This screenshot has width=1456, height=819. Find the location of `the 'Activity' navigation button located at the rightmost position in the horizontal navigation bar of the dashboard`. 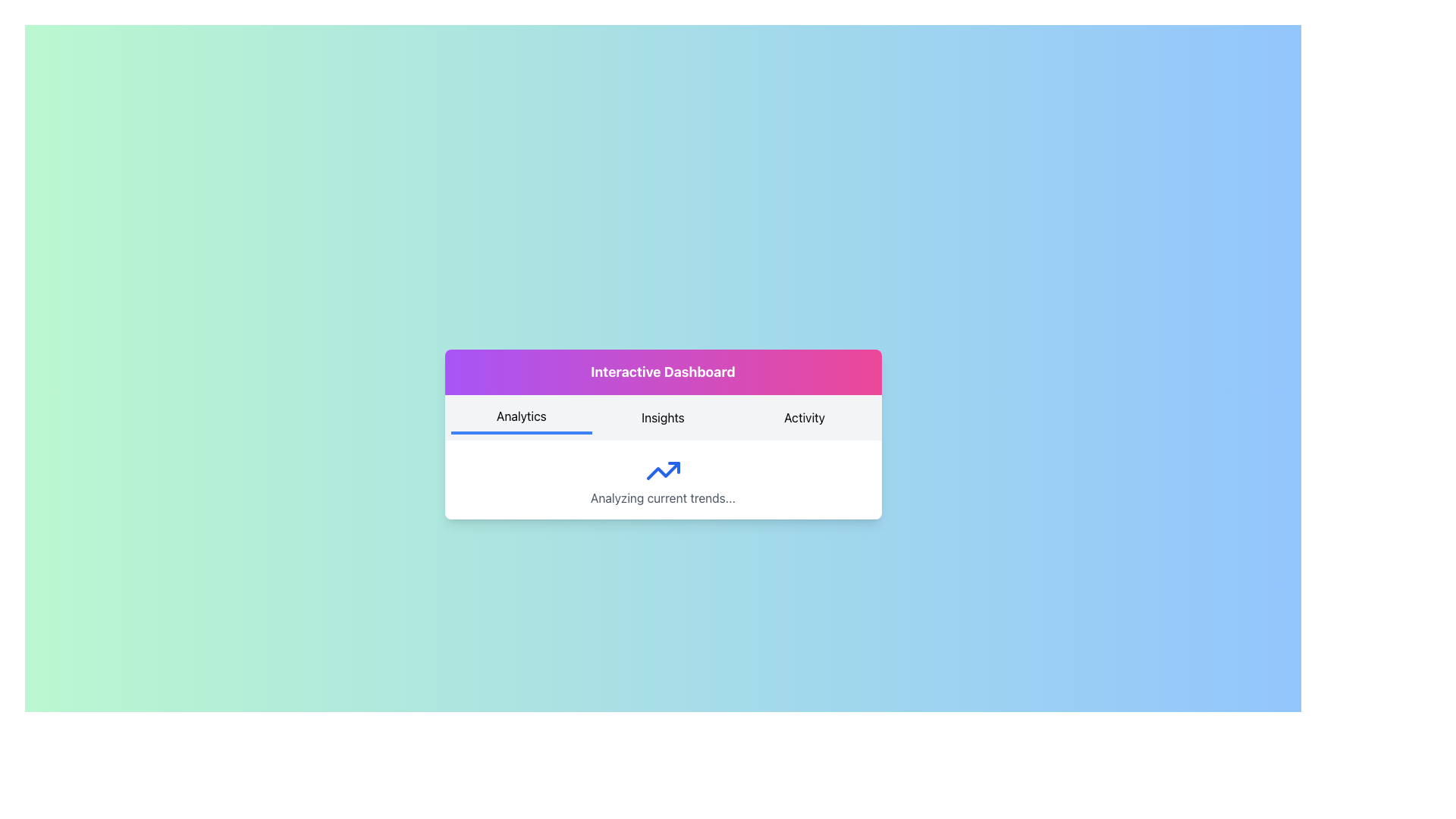

the 'Activity' navigation button located at the rightmost position in the horizontal navigation bar of the dashboard is located at coordinates (804, 418).